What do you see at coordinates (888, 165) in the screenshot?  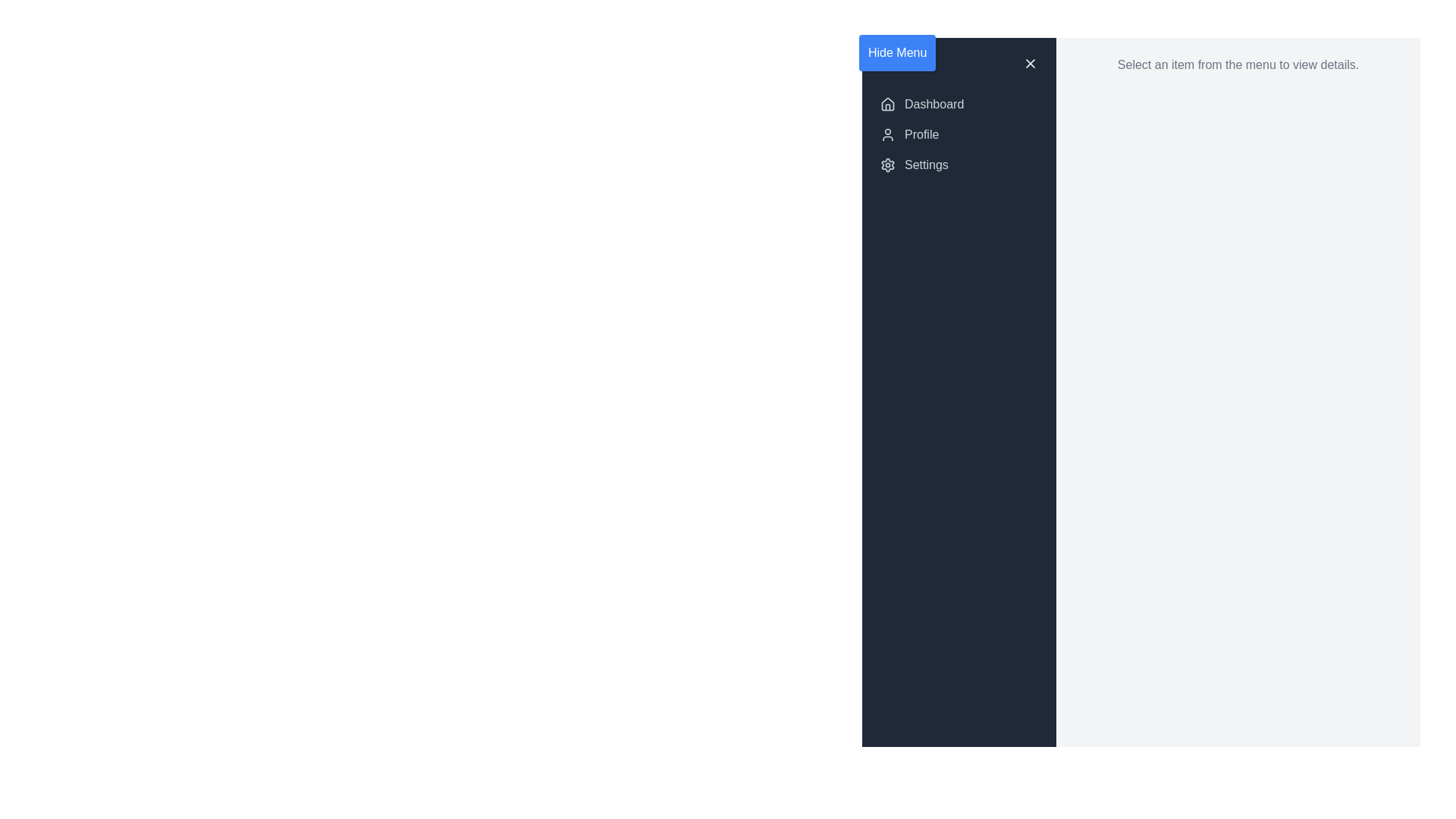 I see `the gear icon representing settings, located next to the text 'Settings' in the vertical menu on the left side of the interface` at bounding box center [888, 165].